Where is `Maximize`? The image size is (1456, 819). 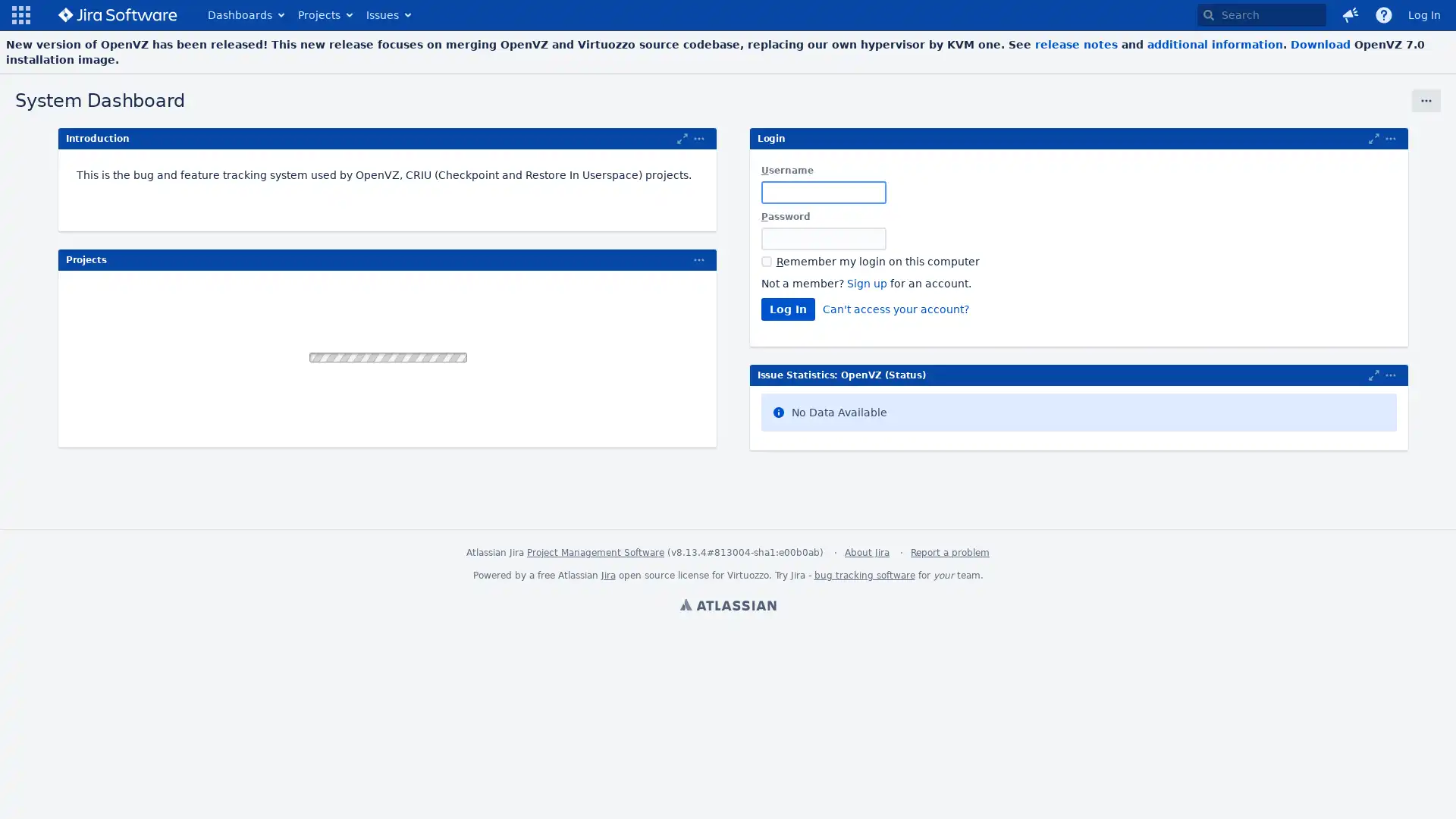 Maximize is located at coordinates (1390, 138).